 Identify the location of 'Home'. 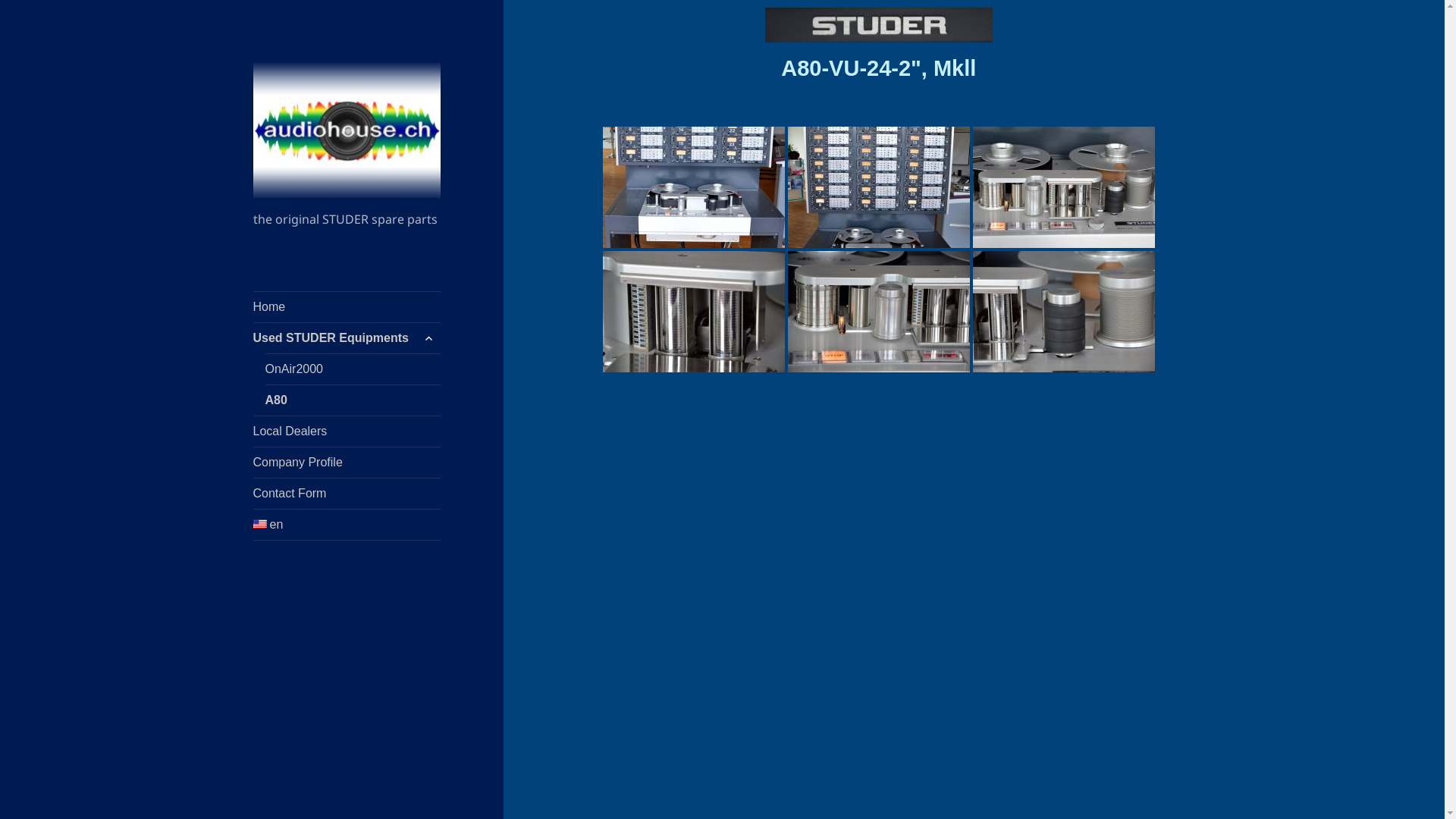
(346, 307).